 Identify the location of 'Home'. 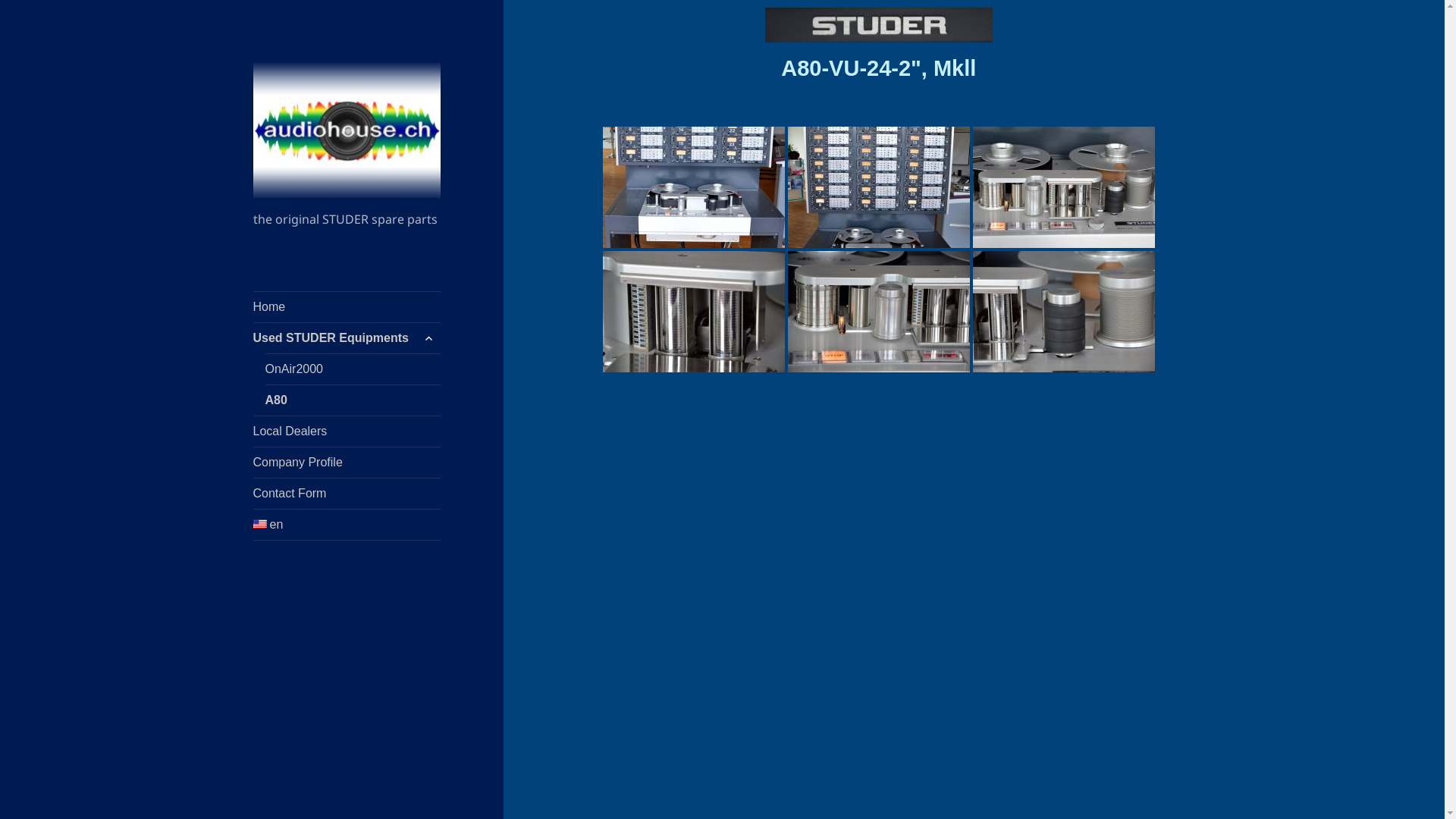
(346, 307).